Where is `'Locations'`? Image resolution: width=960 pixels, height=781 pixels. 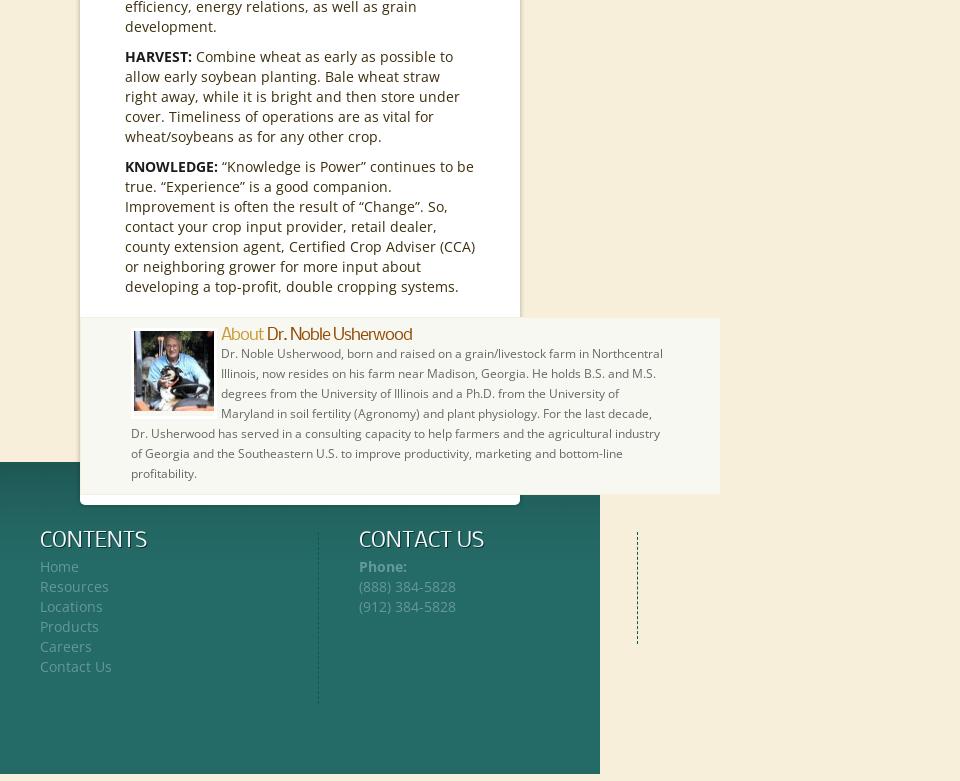 'Locations' is located at coordinates (71, 606).